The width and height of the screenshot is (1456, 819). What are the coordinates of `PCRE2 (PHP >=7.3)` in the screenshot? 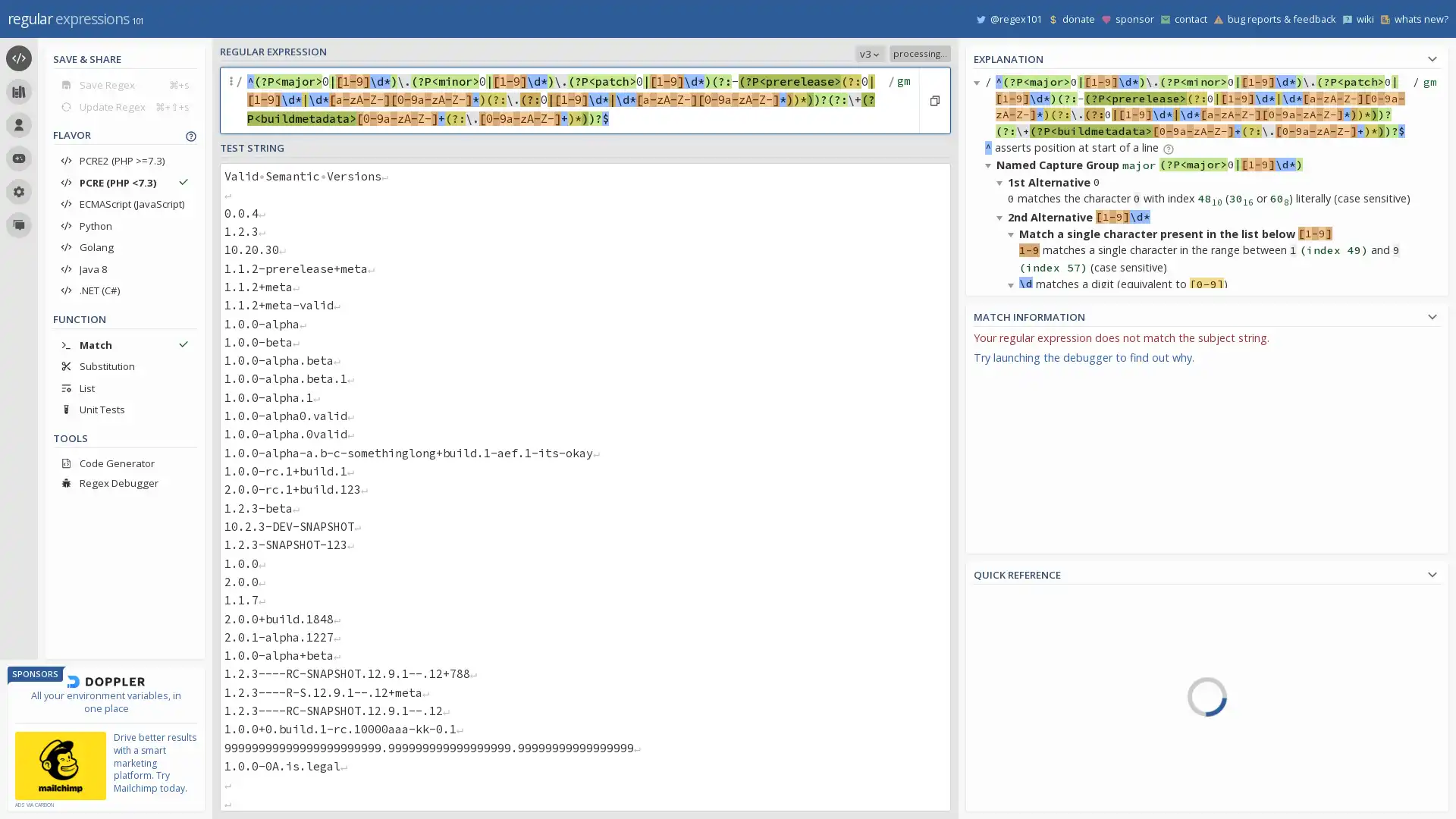 It's located at (124, 161).